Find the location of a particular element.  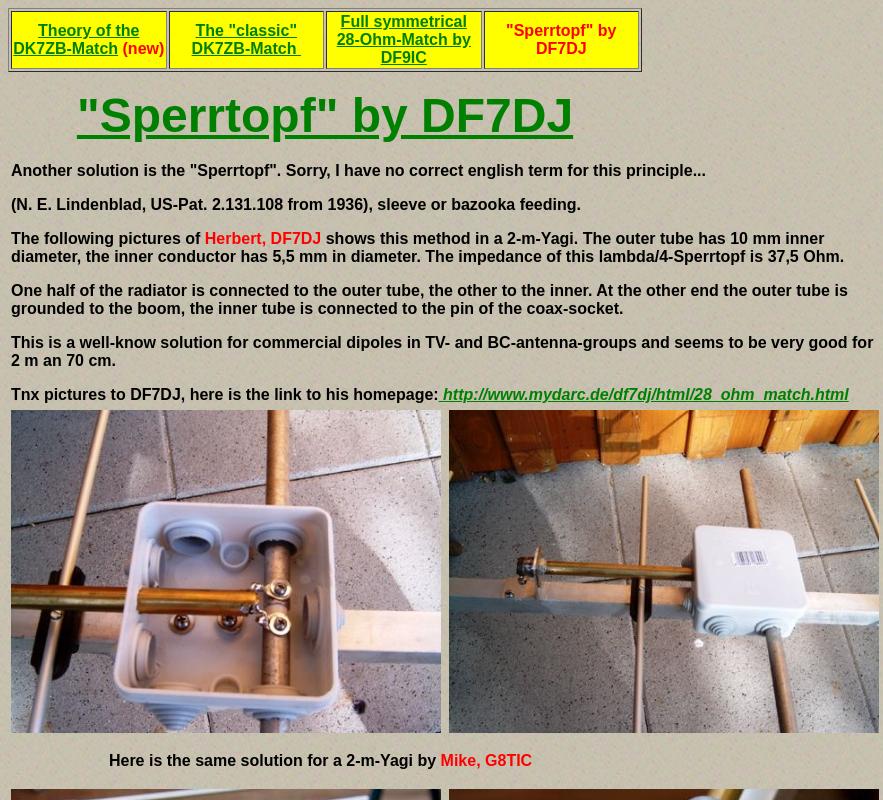

'(N. E. Lindenblad, US-Pat. 2.131.108 from
1936), sleeve or bazooka feeding.' is located at coordinates (295, 204).